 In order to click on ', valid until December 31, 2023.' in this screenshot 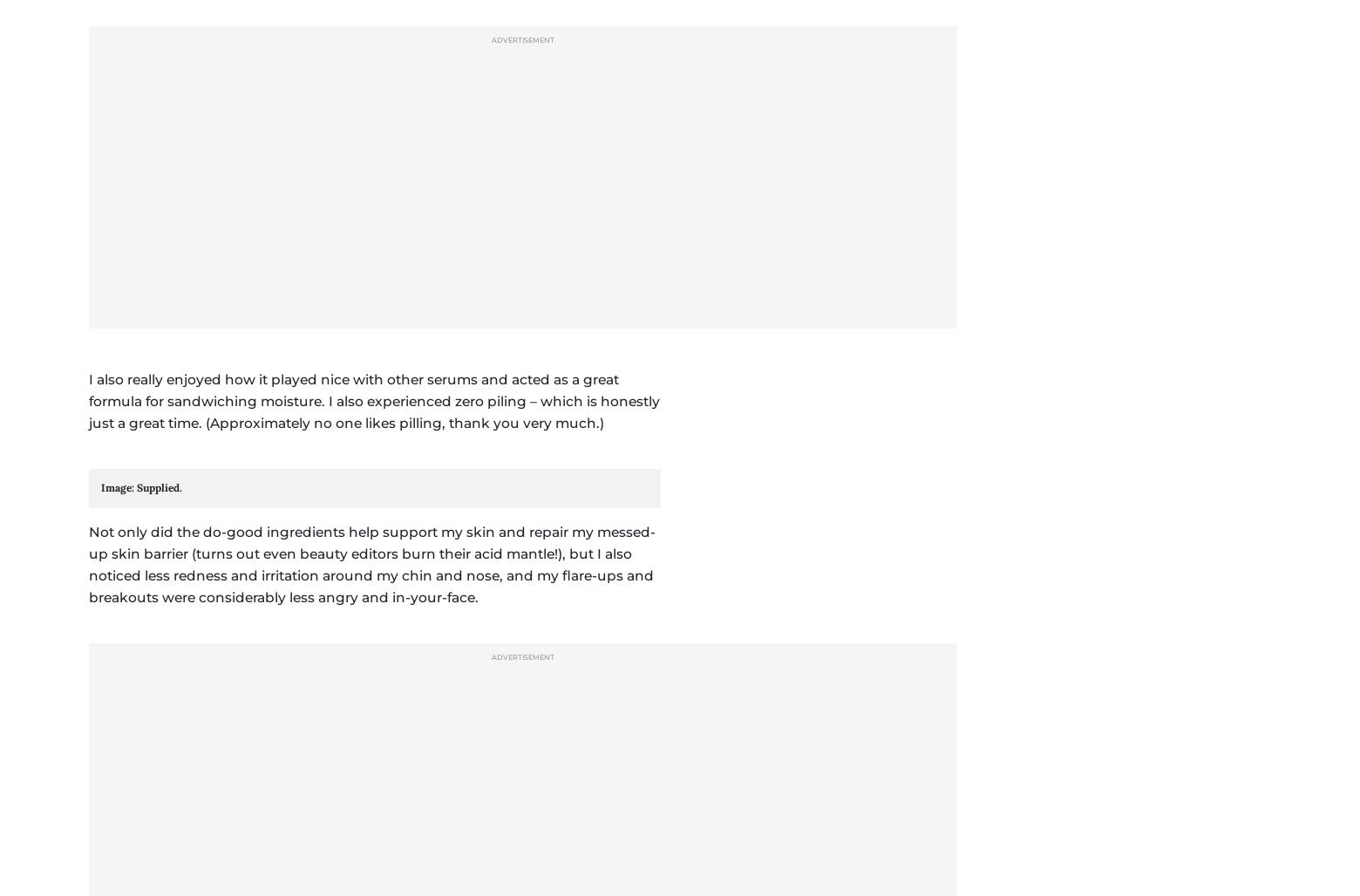, I will do `click(361, 193)`.